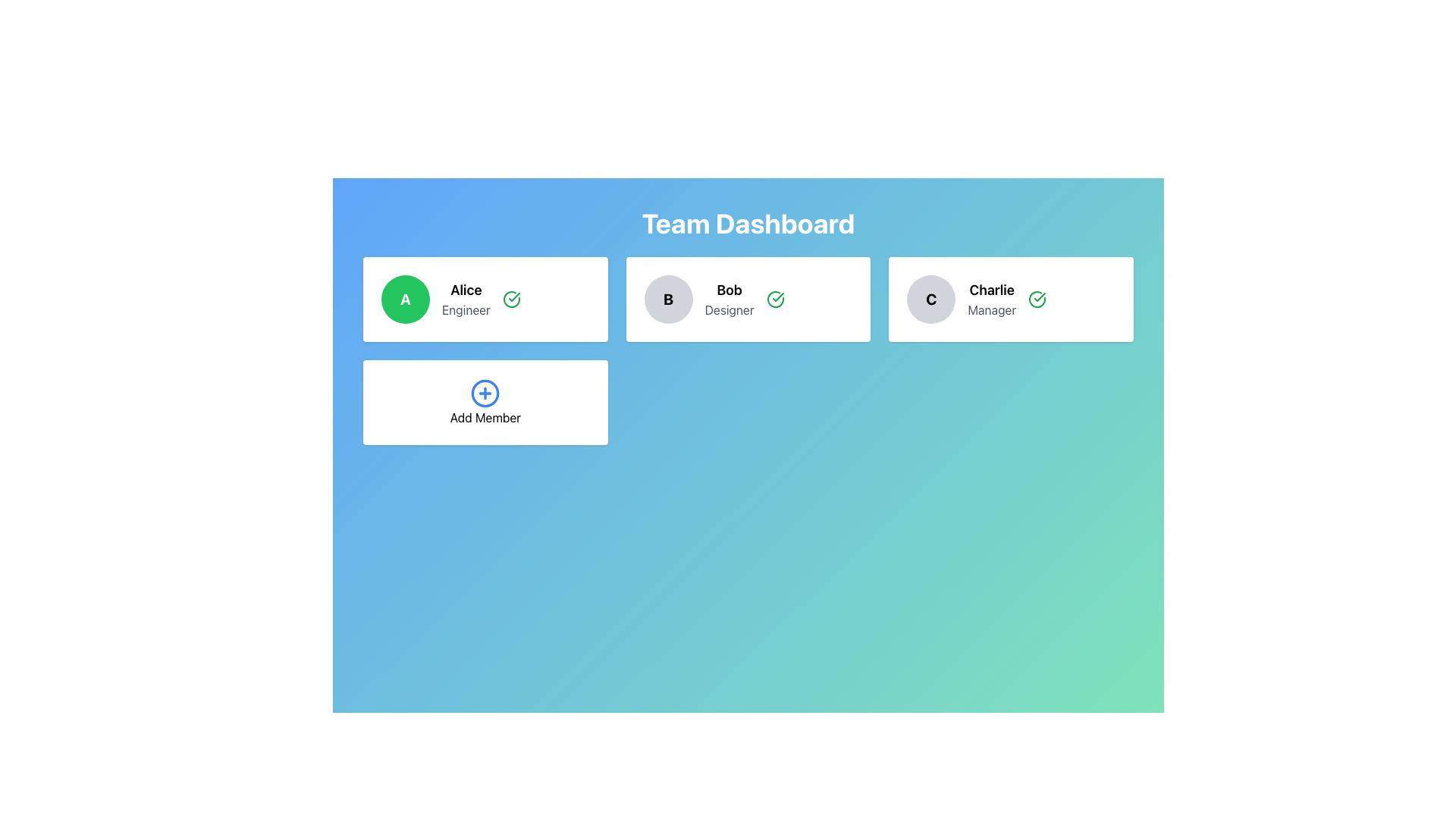  Describe the element at coordinates (465, 290) in the screenshot. I see `the text label displaying the name of the team member in focus, which is located on the left side of the team dashboard within the card labeled 'A', above the text 'Engineer' and next to the green circular avatar labeled 'A'` at that location.